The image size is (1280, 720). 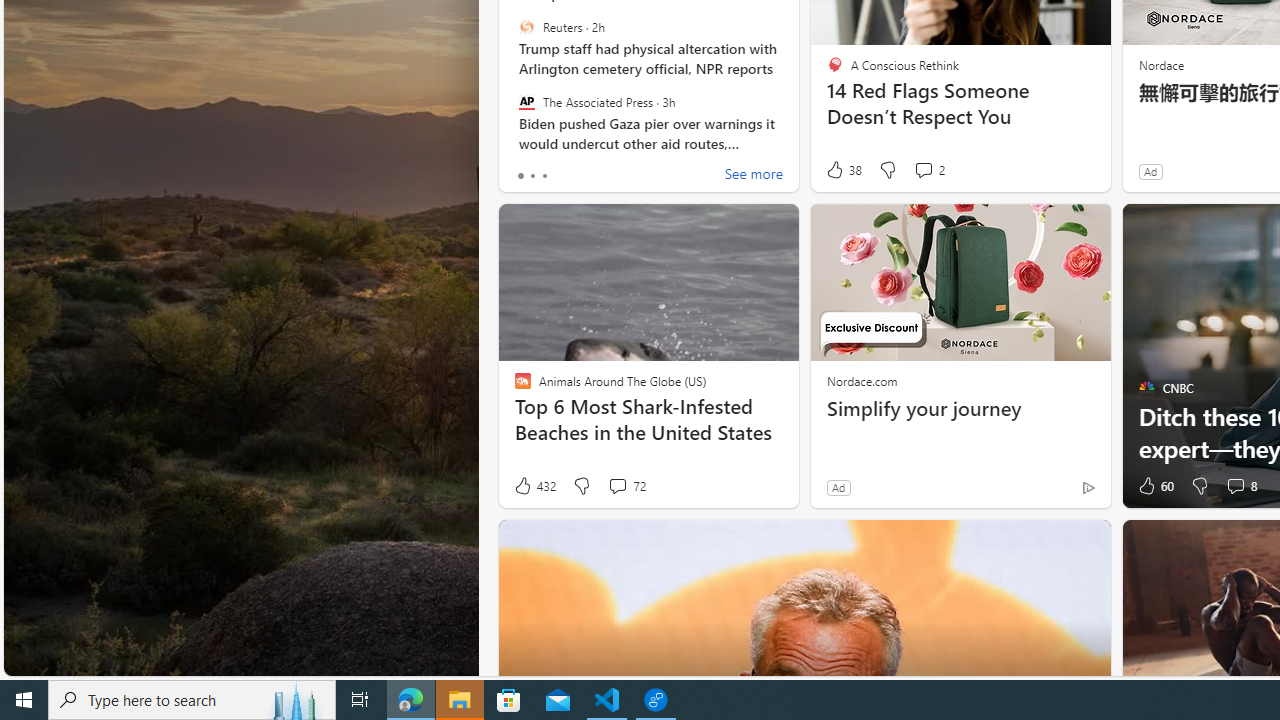 I want to click on 'The Associated Press', so click(x=526, y=101).